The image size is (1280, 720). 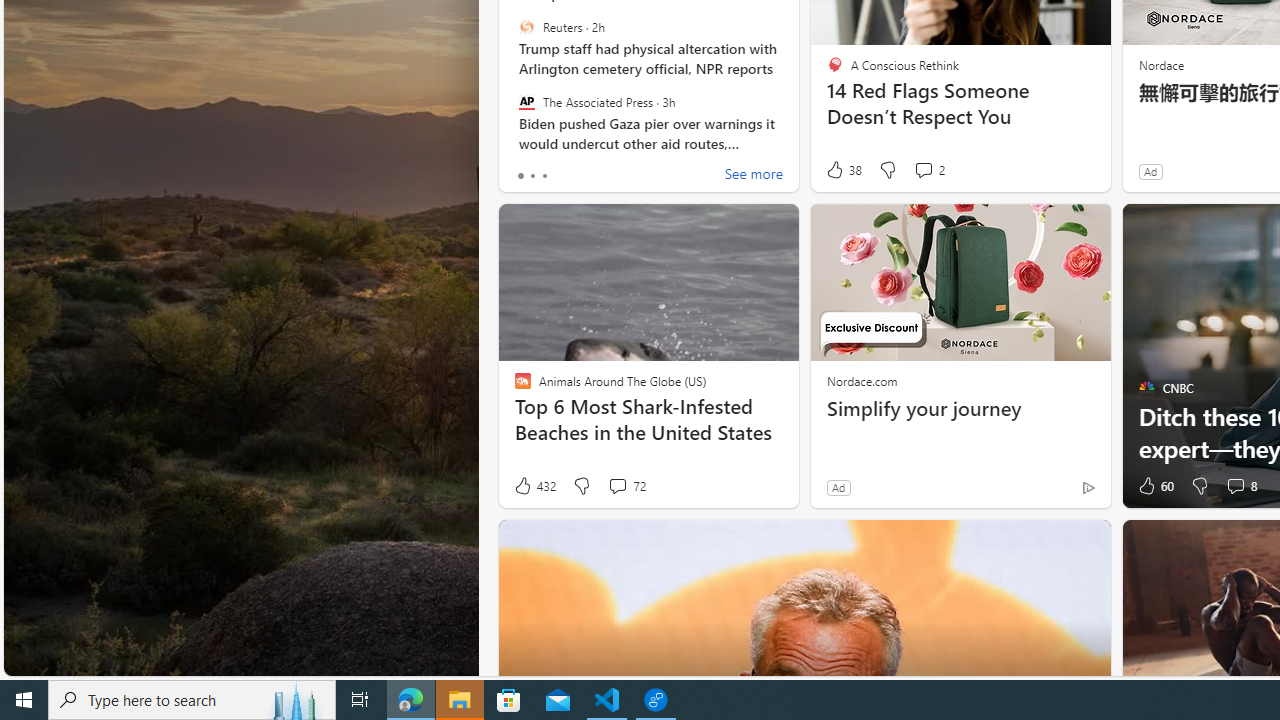 I want to click on 'The Associated Press', so click(x=526, y=101).